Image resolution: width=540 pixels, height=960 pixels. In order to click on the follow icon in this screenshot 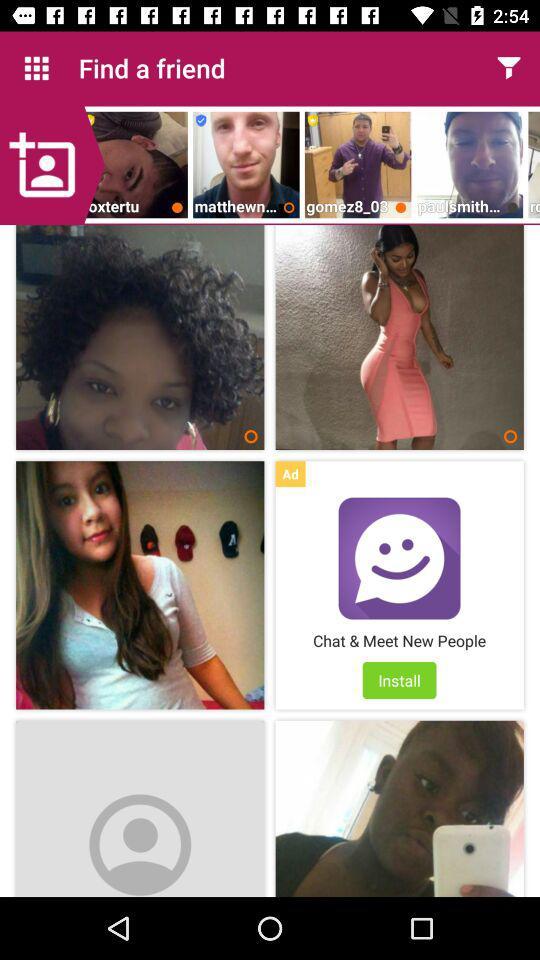, I will do `click(52, 164)`.